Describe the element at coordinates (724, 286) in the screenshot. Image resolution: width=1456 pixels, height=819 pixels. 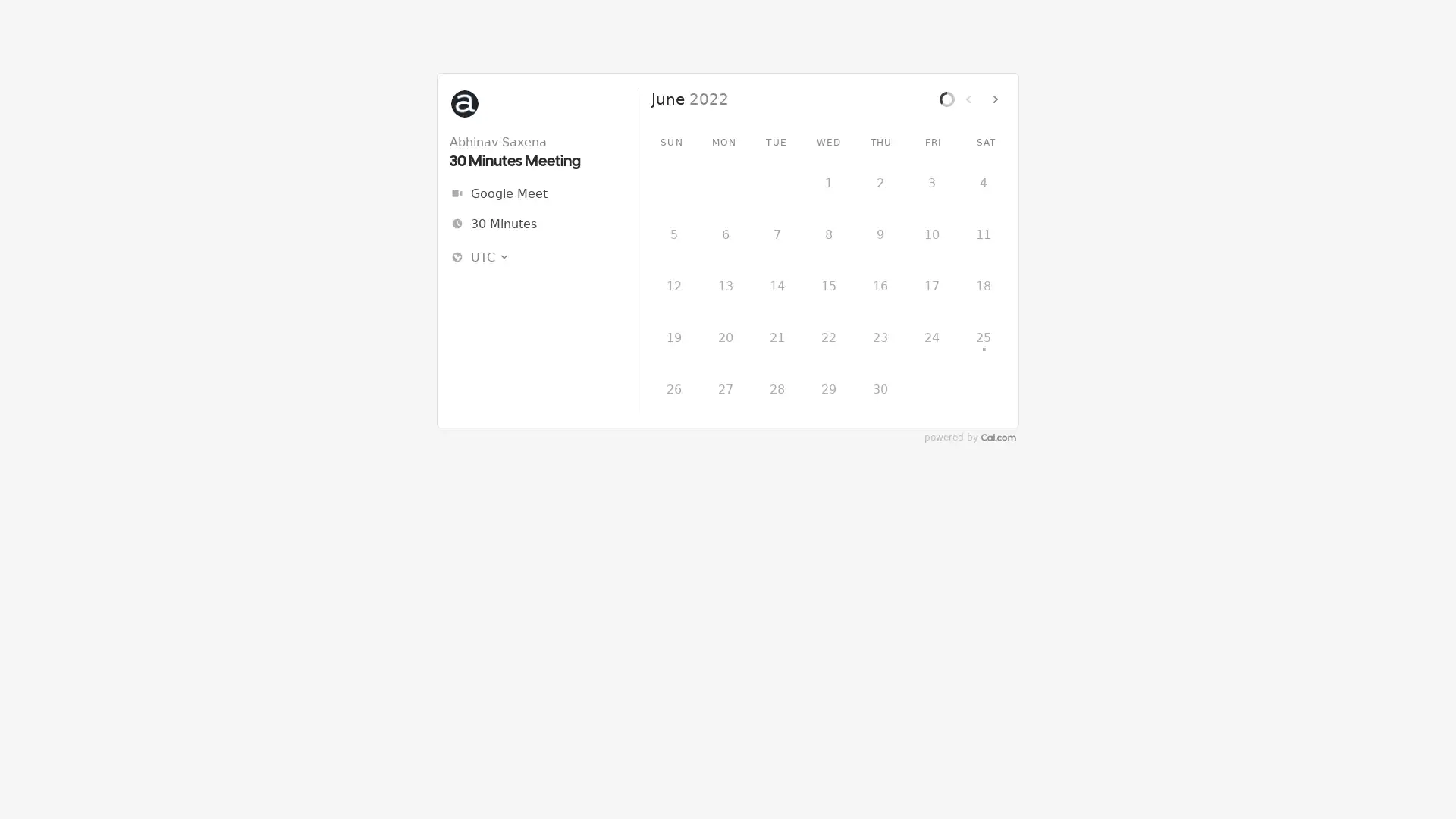
I see `13` at that location.